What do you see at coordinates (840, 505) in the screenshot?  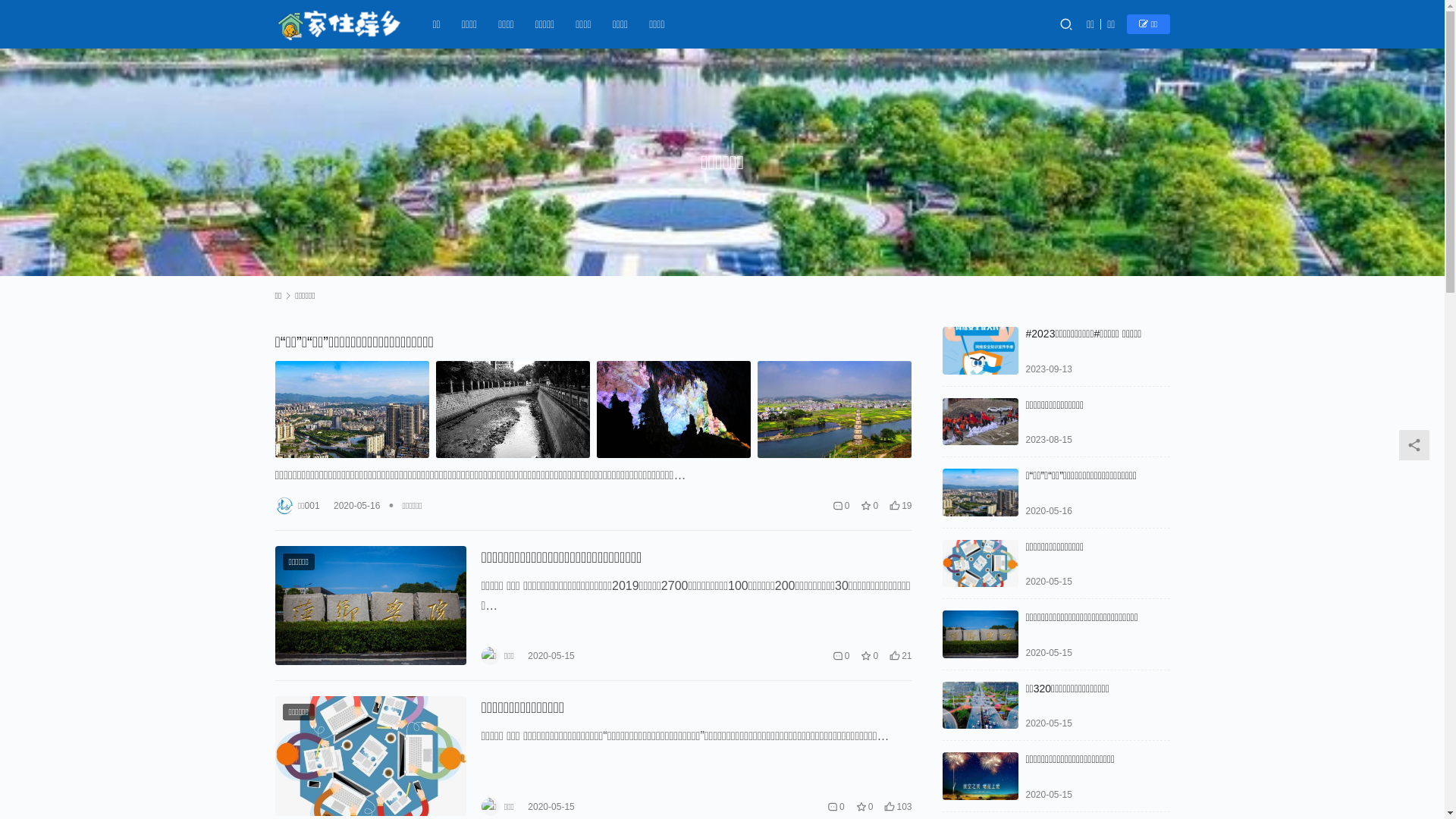 I see `'0'` at bounding box center [840, 505].